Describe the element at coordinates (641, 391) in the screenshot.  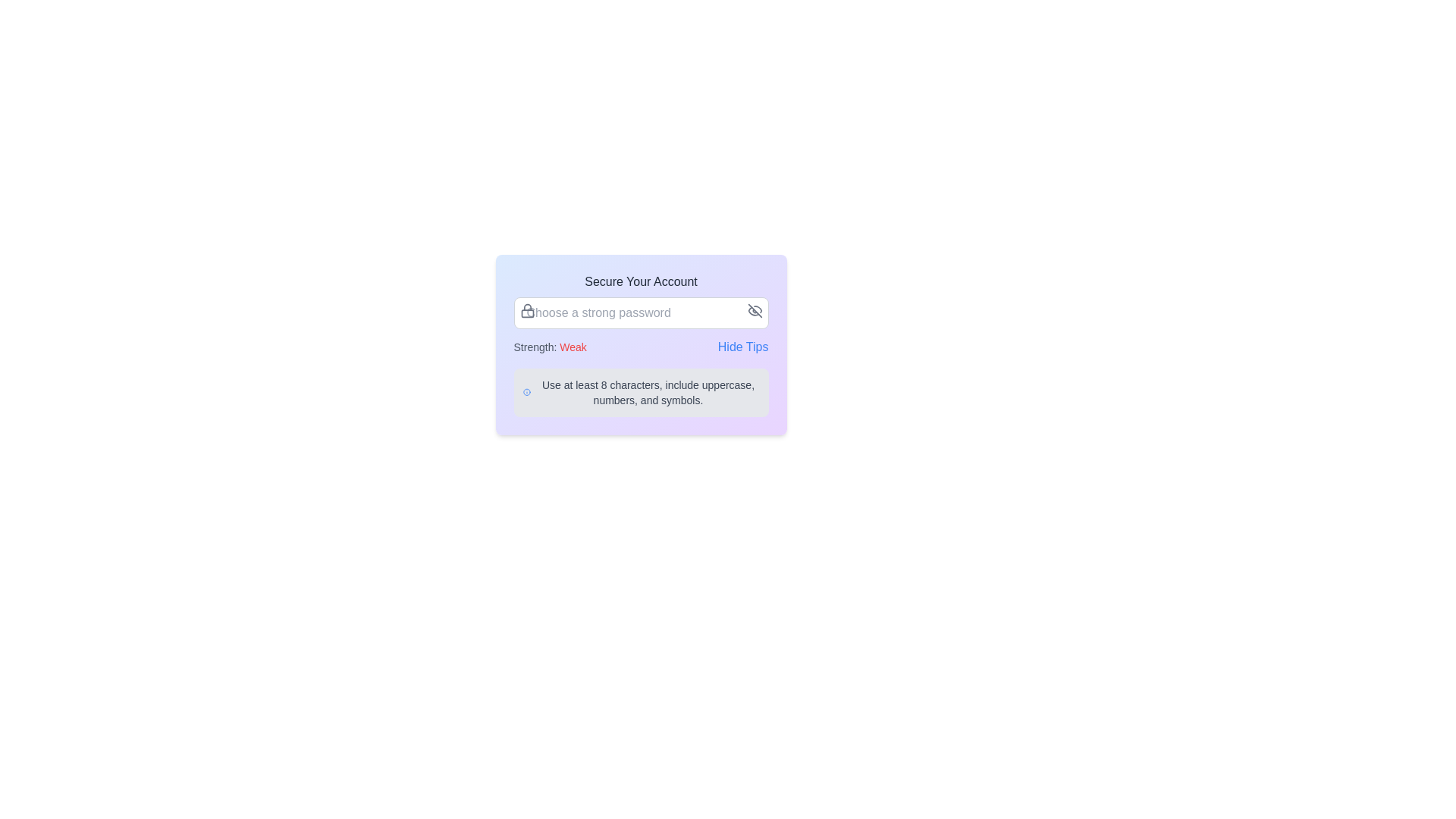
I see `the informational text block with an icon that contains instructional text and follows the password strength indicator line for clarification` at that location.